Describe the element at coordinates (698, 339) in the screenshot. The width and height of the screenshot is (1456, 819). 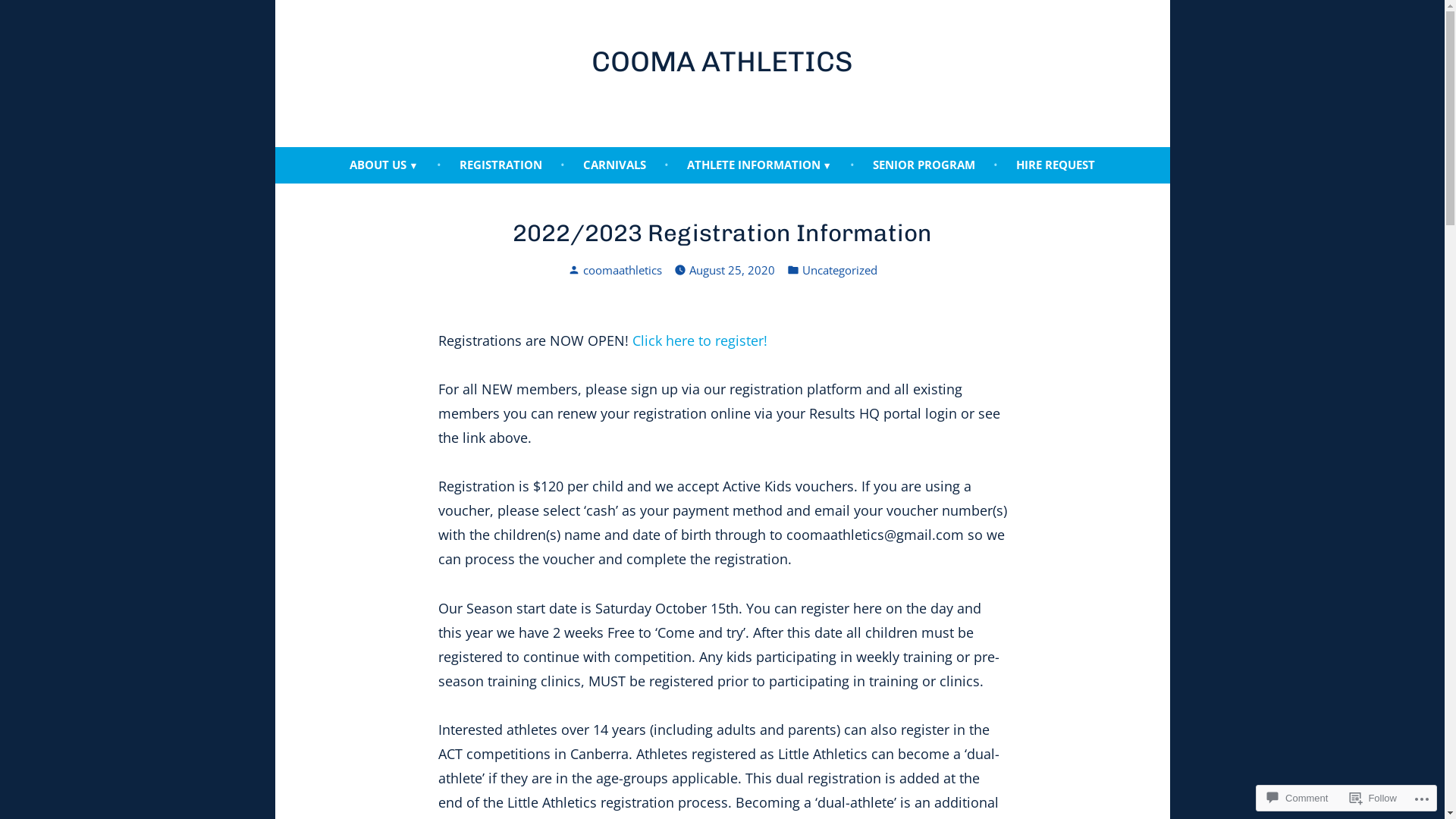
I see `'Click here to register!'` at that location.